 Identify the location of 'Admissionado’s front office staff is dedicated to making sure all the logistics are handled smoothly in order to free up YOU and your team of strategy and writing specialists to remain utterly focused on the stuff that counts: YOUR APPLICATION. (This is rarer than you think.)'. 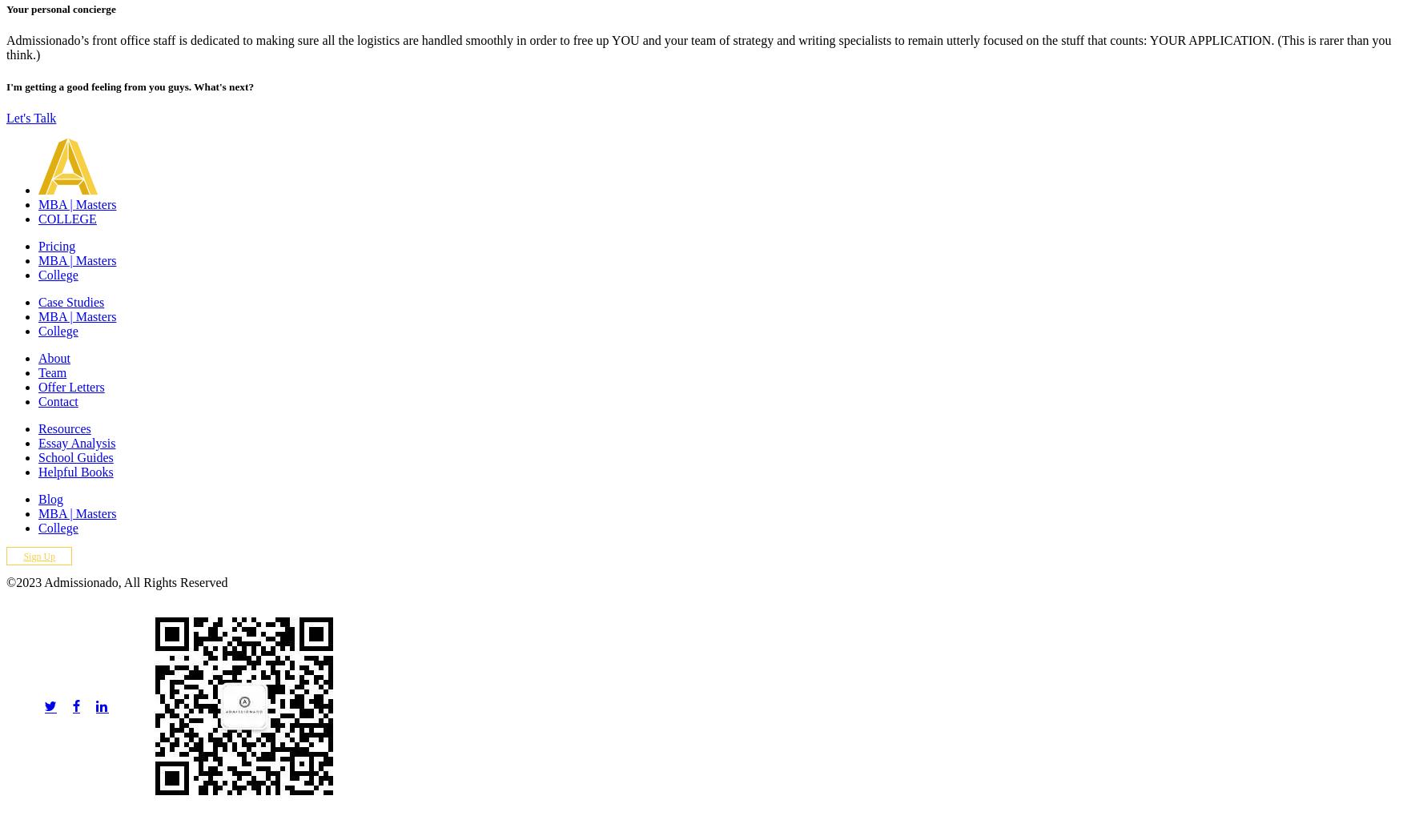
(5, 47).